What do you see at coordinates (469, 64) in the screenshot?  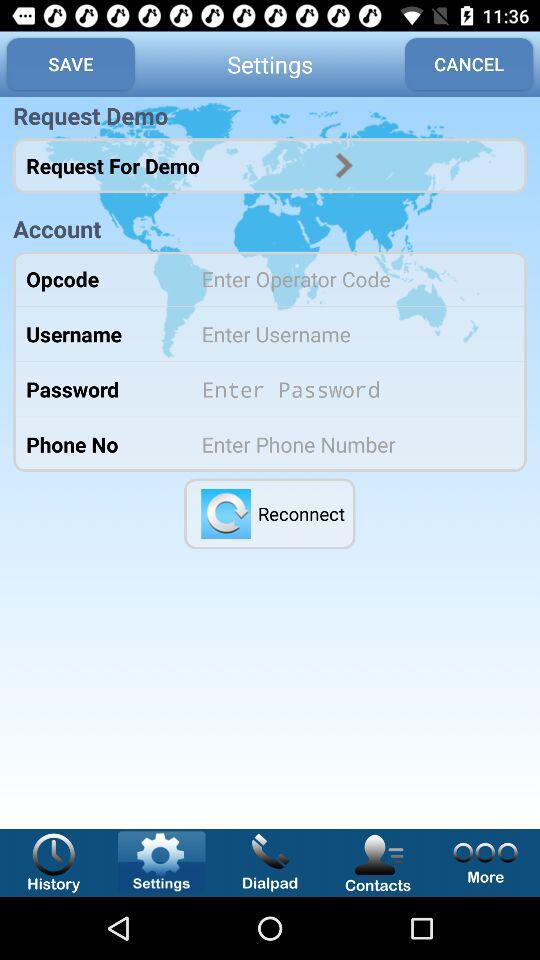 I see `icon to the right of the settings app` at bounding box center [469, 64].